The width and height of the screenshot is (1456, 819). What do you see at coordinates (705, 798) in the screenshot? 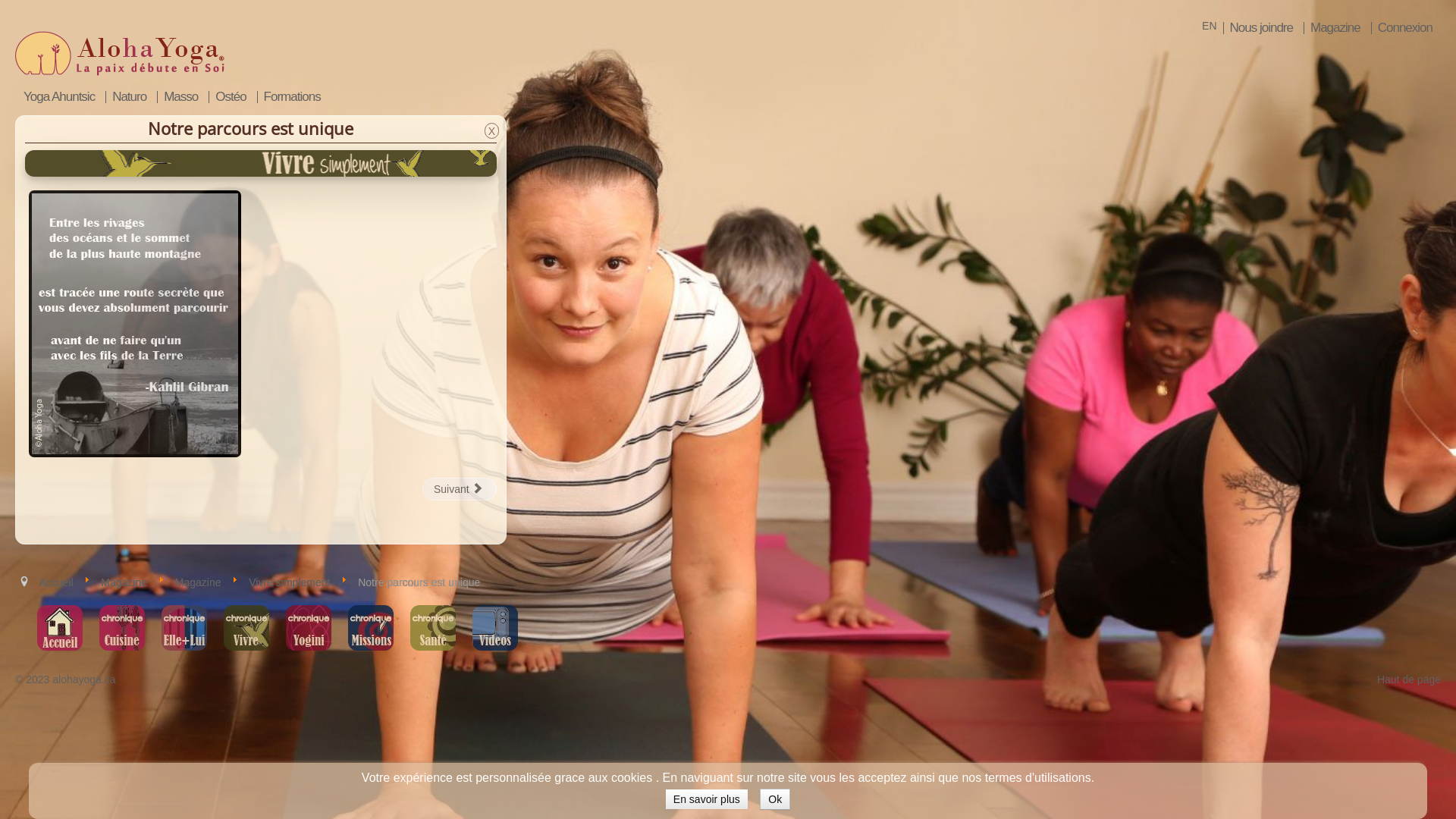
I see `'En savoir plus'` at bounding box center [705, 798].